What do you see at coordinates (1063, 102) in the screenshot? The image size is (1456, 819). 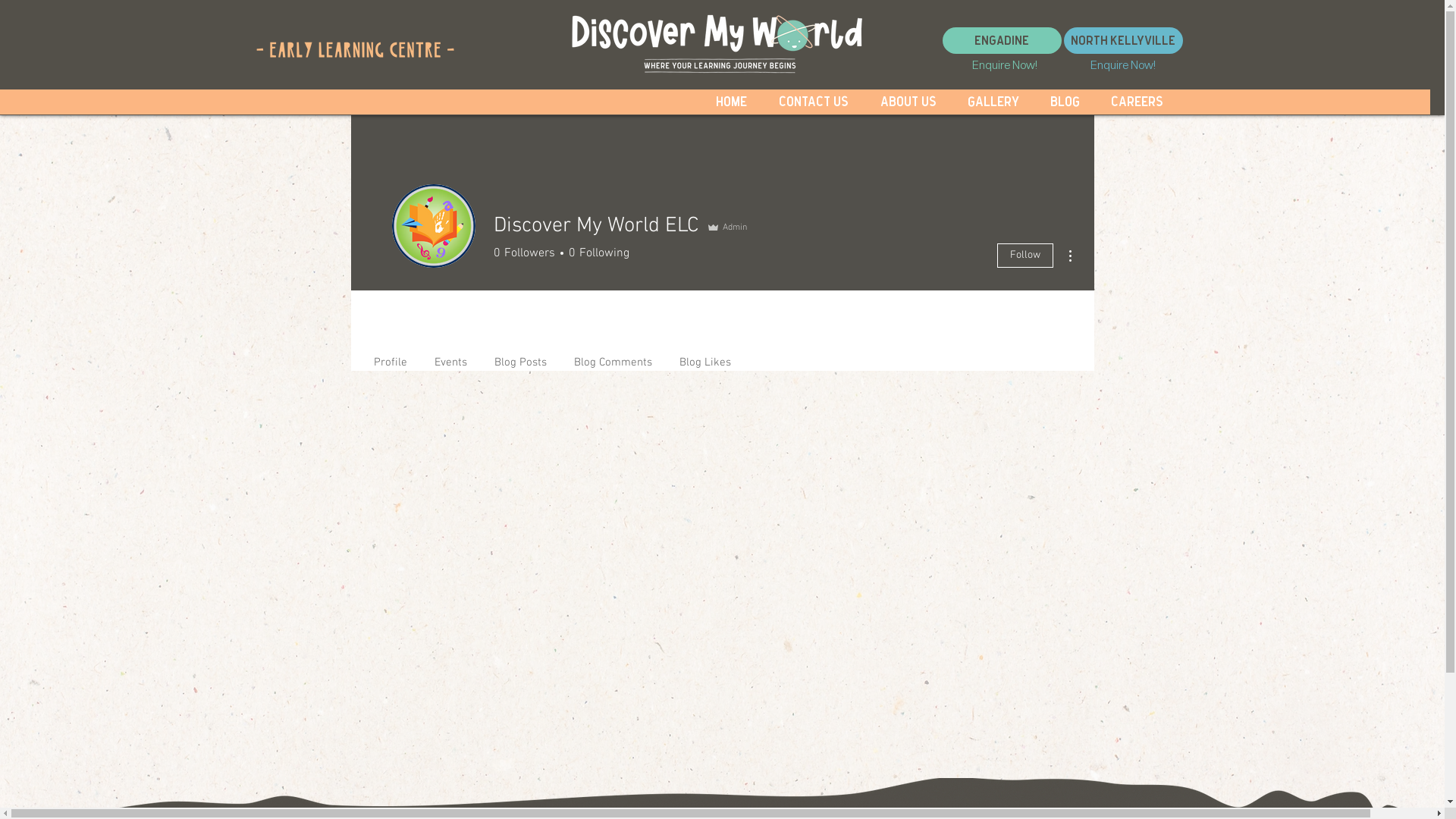 I see `'Blog'` at bounding box center [1063, 102].